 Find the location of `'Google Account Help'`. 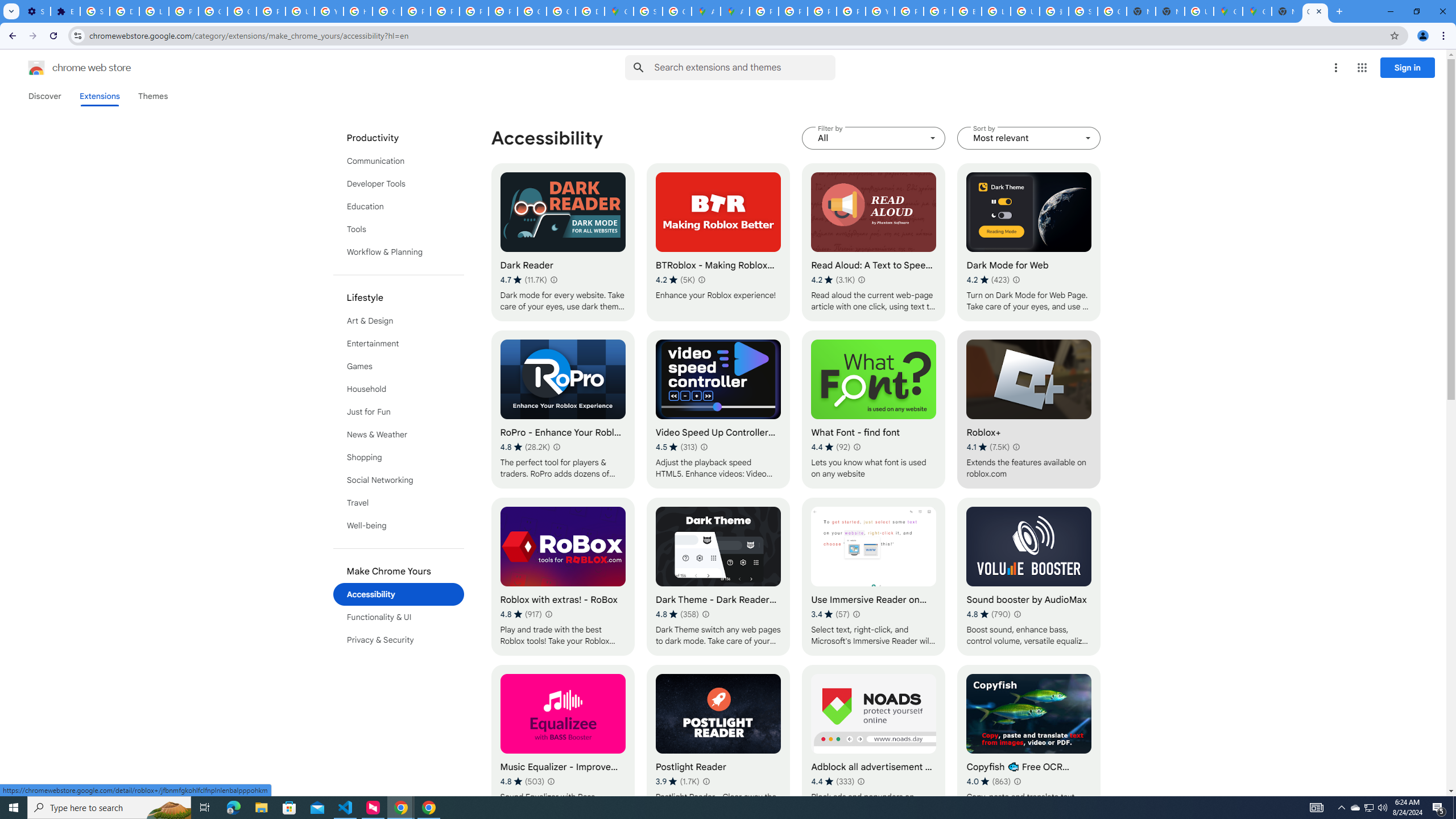

'Google Account Help' is located at coordinates (213, 11).